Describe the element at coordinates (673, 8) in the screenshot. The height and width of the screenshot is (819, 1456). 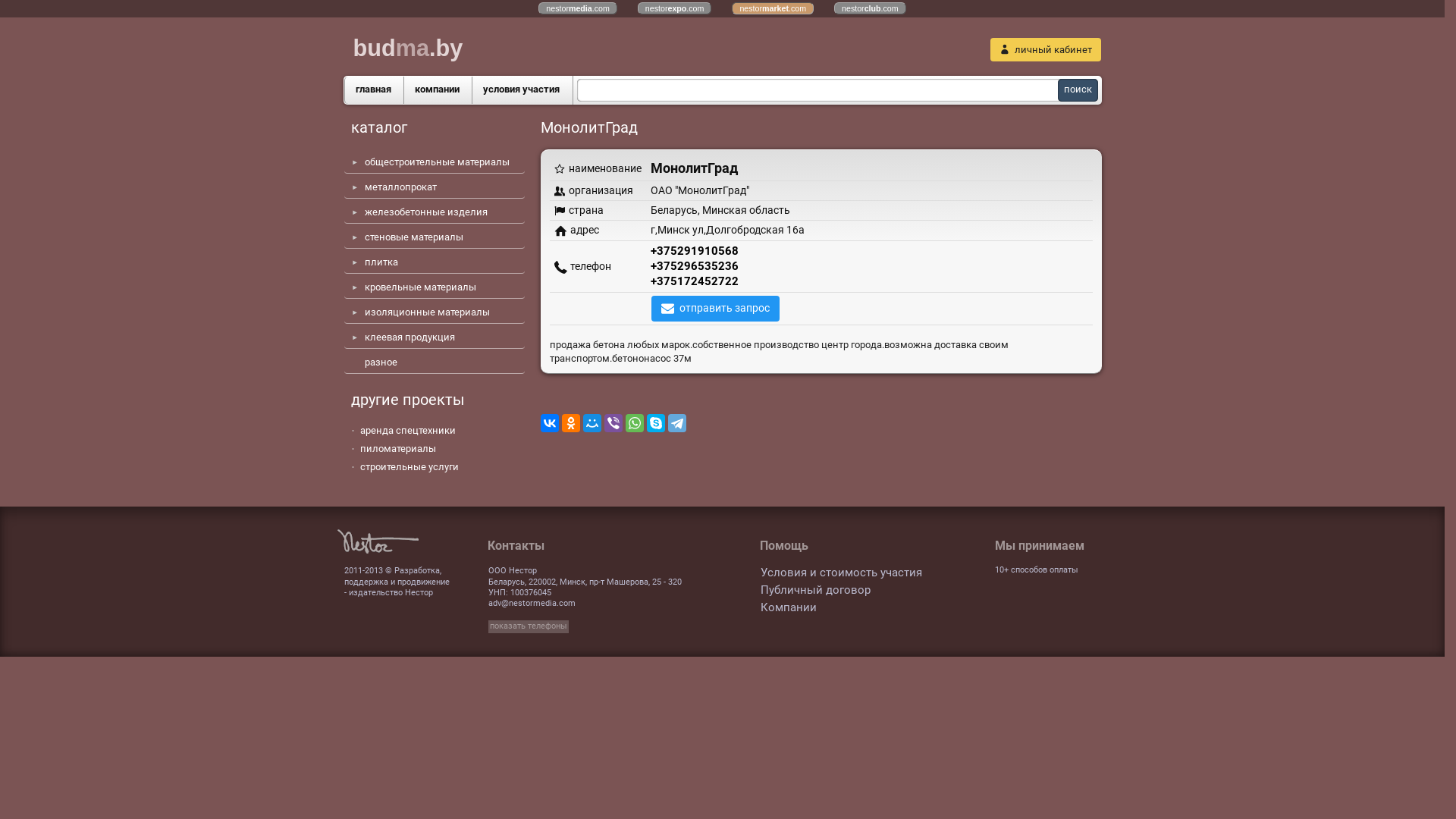
I see `'nestorexpo.com'` at that location.